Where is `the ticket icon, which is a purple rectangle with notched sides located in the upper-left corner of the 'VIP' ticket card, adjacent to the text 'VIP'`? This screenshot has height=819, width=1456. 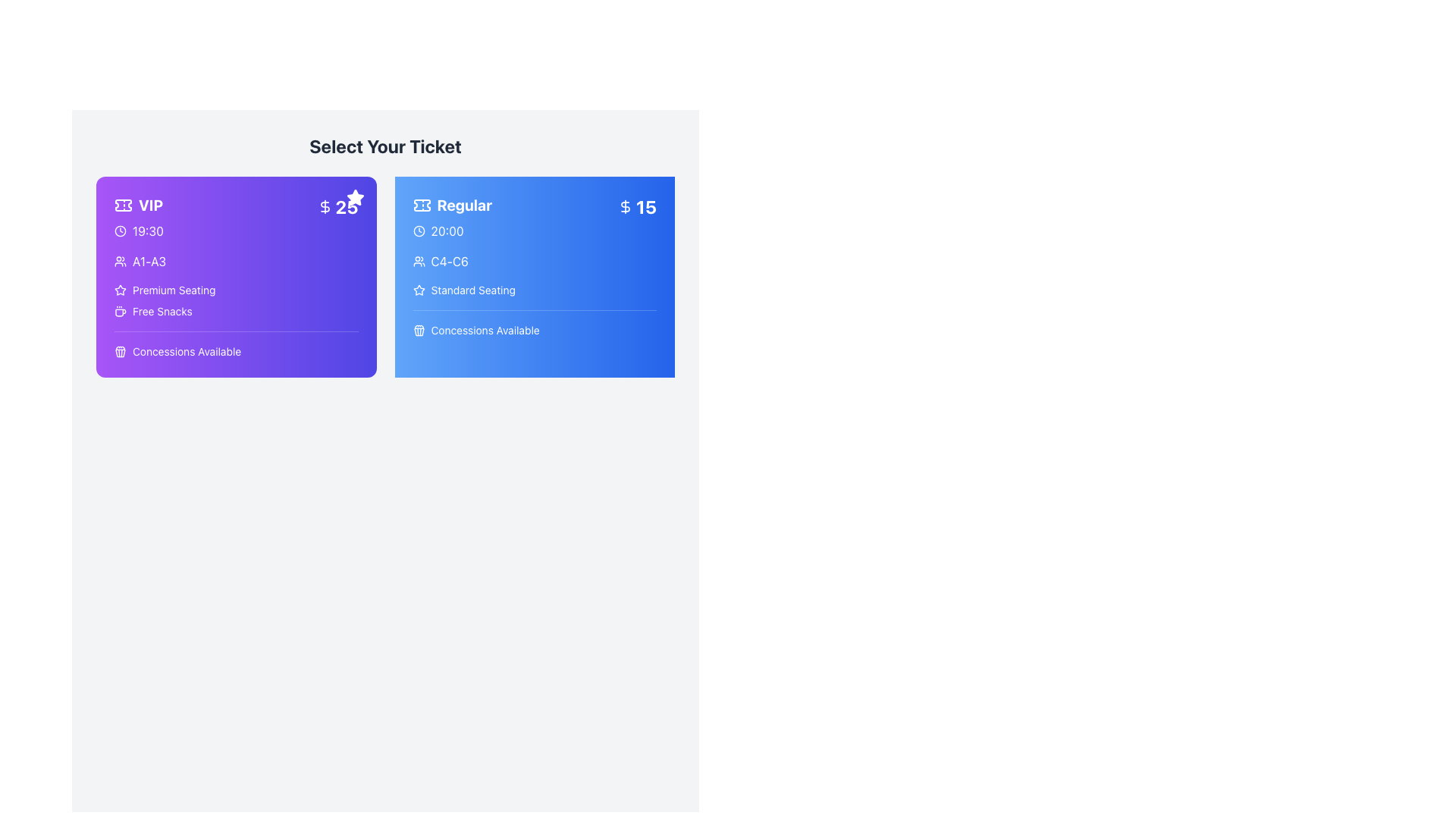 the ticket icon, which is a purple rectangle with notched sides located in the upper-left corner of the 'VIP' ticket card, adjacent to the text 'VIP' is located at coordinates (124, 205).